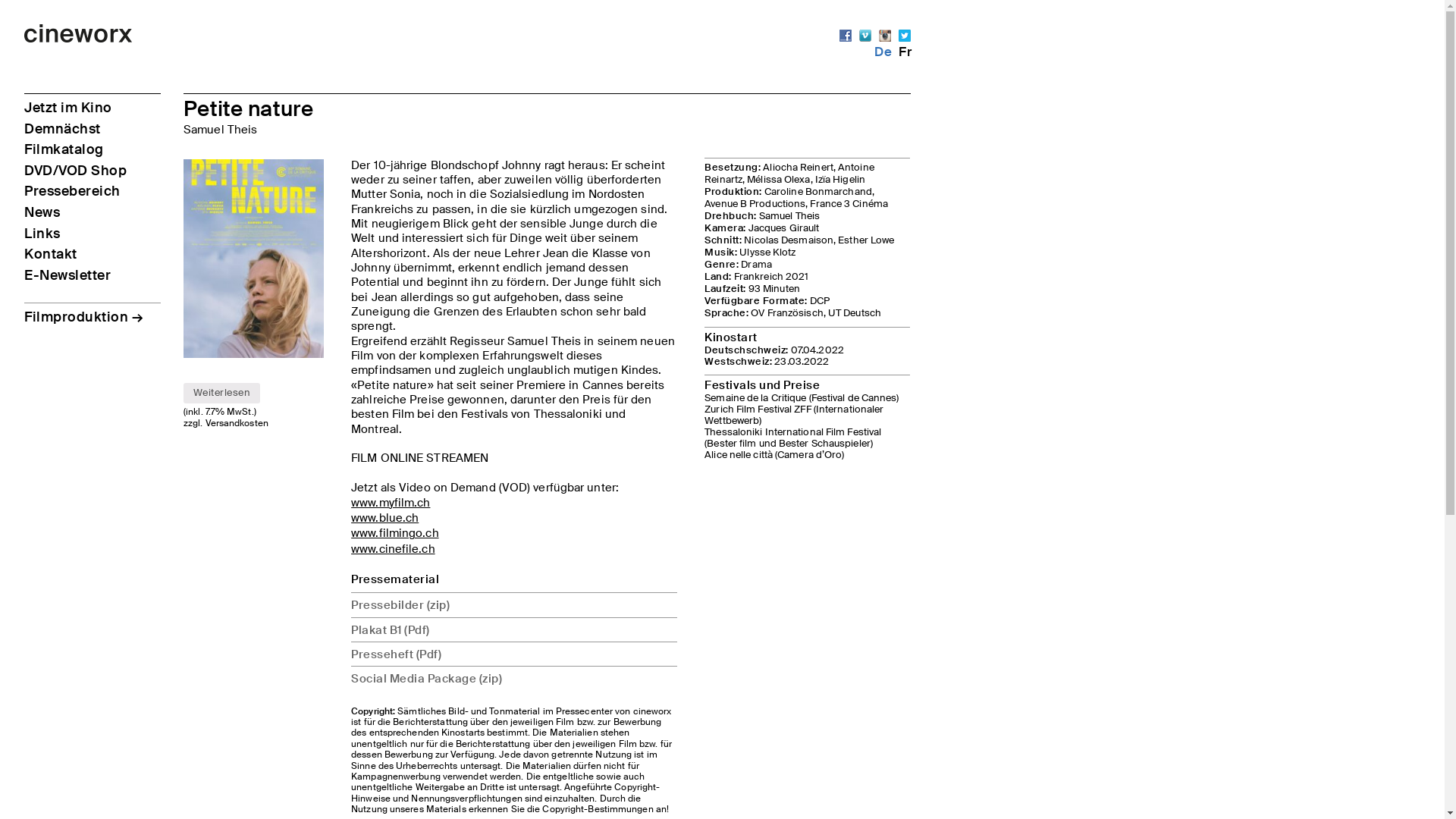 The image size is (1456, 819). What do you see at coordinates (865, 34) in the screenshot?
I see `' Vimeo'` at bounding box center [865, 34].